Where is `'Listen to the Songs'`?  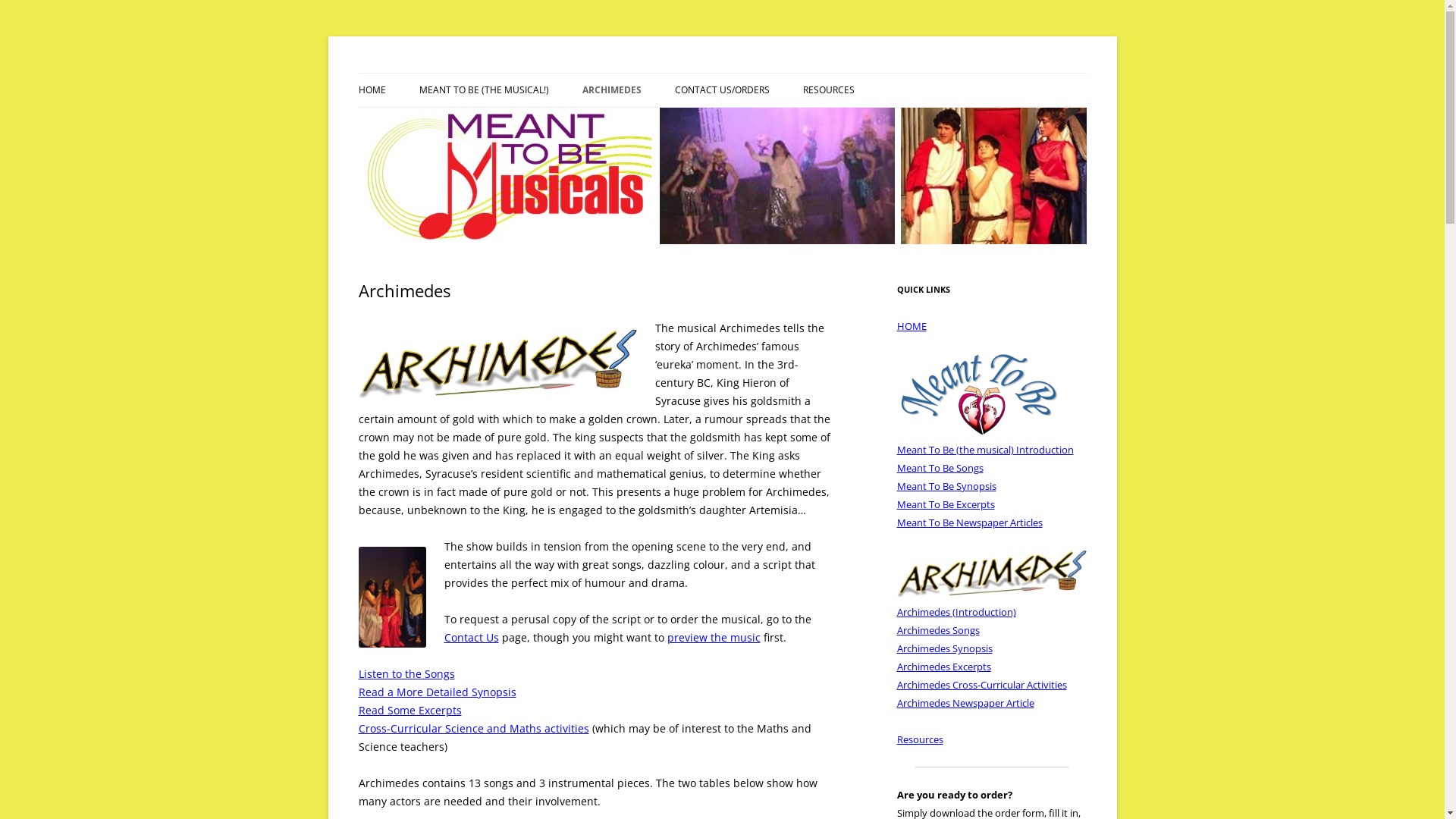 'Listen to the Songs' is located at coordinates (406, 673).